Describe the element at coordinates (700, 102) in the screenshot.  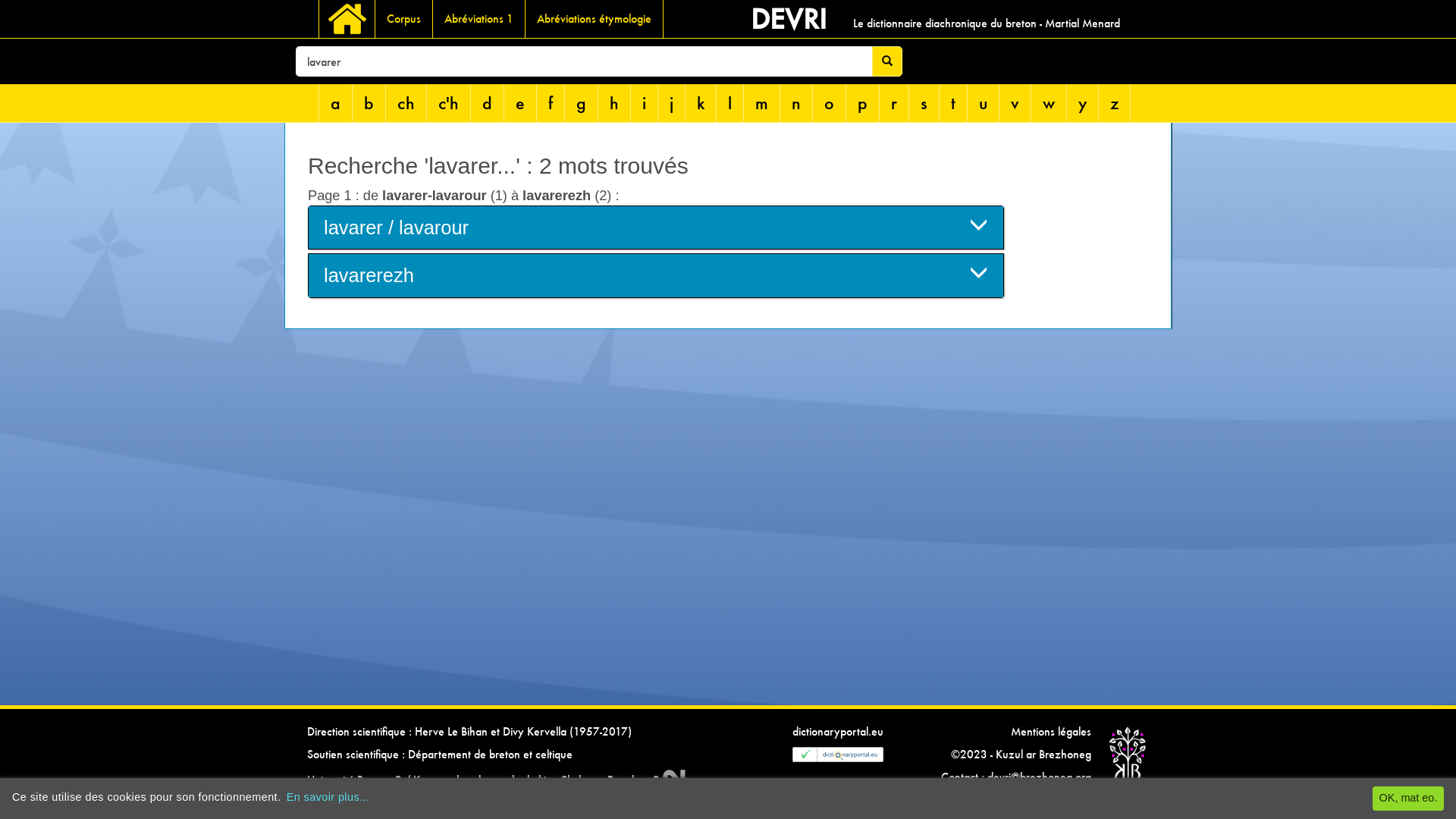
I see `'k'` at that location.